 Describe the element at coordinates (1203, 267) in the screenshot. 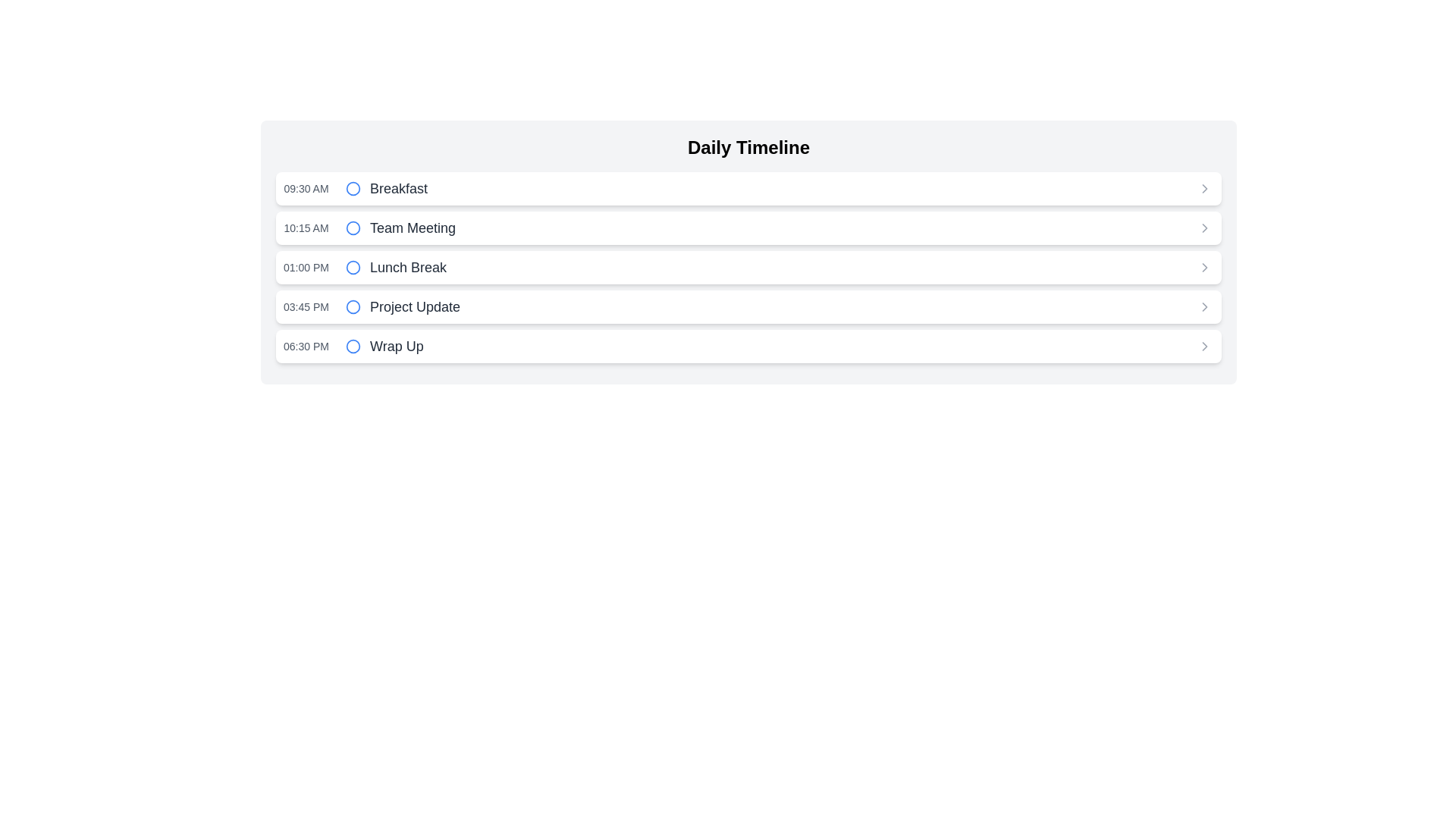

I see `the small gray chevron-right icon located at the far right of the 'Lunch Break' timeline entry to change its color` at that location.